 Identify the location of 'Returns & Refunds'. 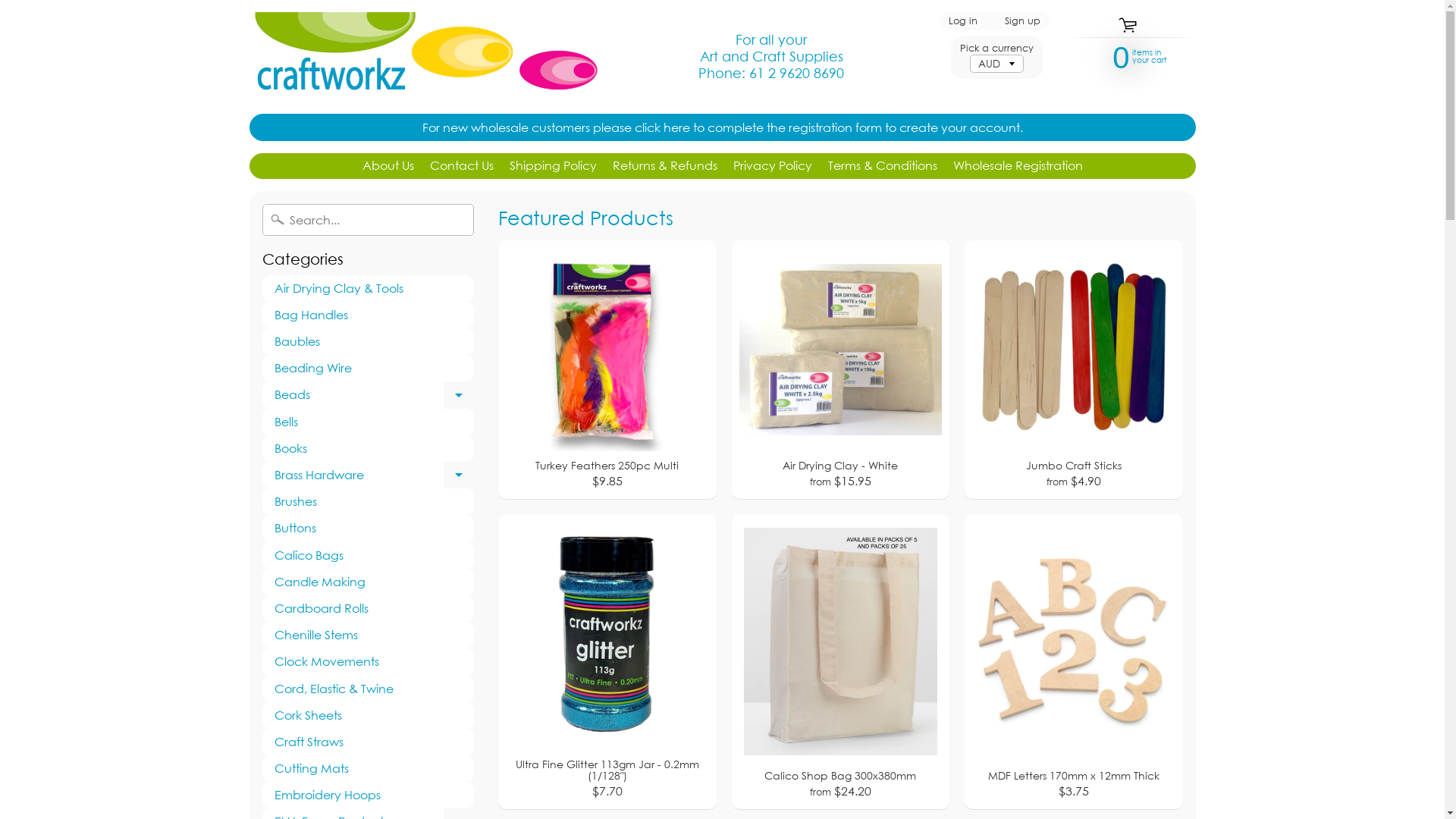
(665, 166).